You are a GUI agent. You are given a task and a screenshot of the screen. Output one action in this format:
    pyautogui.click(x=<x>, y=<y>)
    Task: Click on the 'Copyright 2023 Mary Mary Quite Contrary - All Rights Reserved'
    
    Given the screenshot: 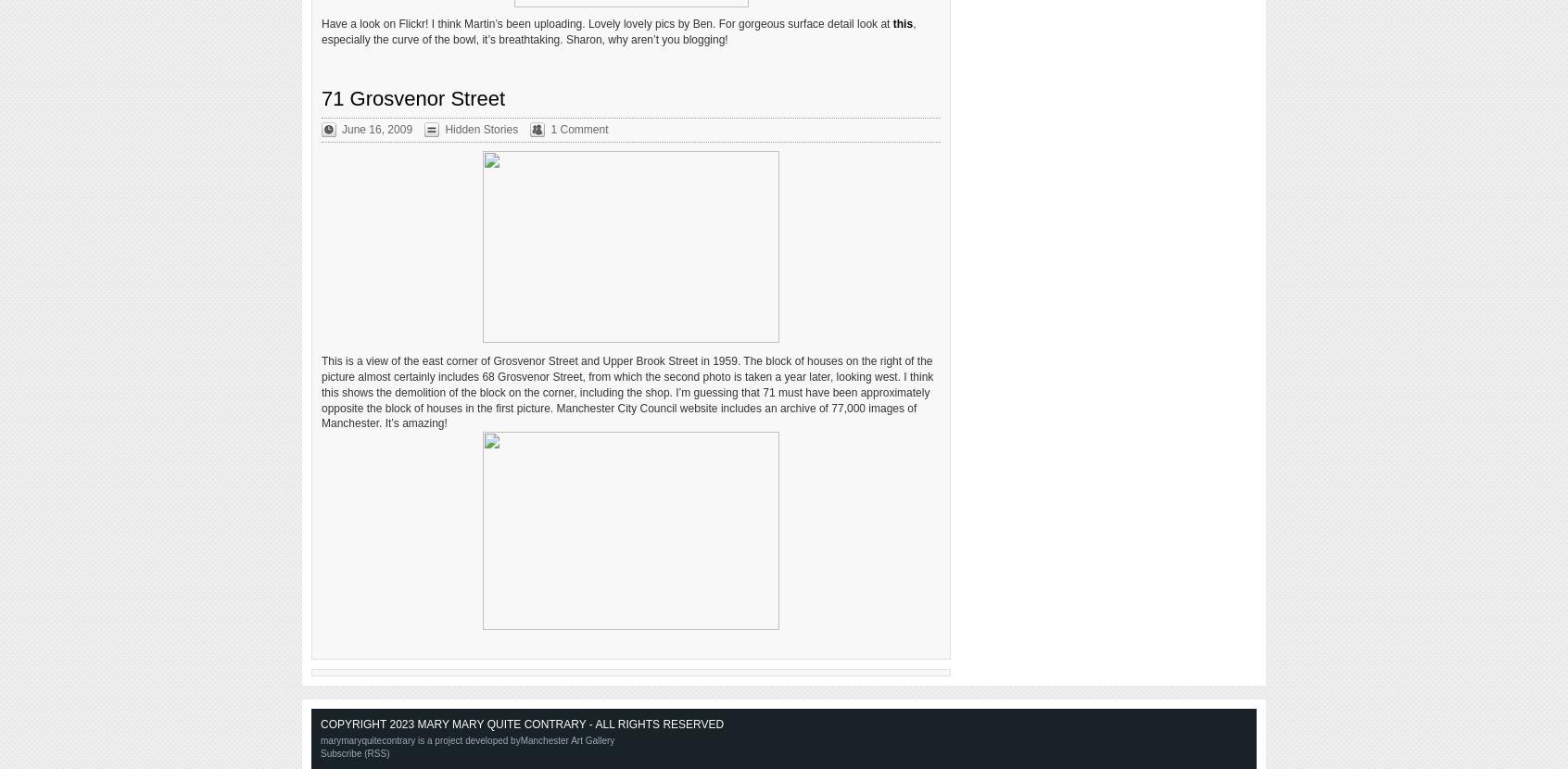 What is the action you would take?
    pyautogui.click(x=522, y=725)
    